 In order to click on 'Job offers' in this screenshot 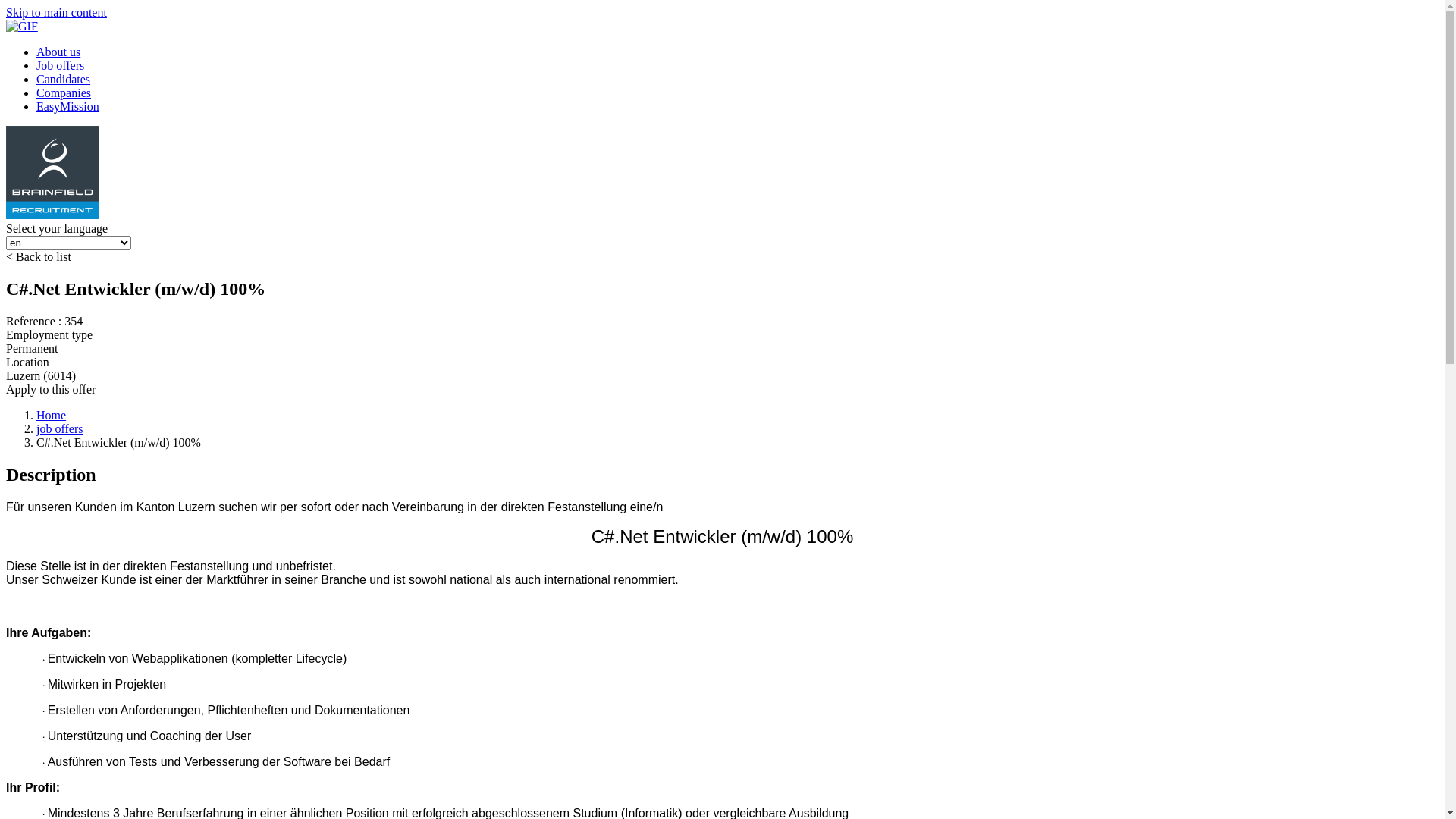, I will do `click(36, 64)`.